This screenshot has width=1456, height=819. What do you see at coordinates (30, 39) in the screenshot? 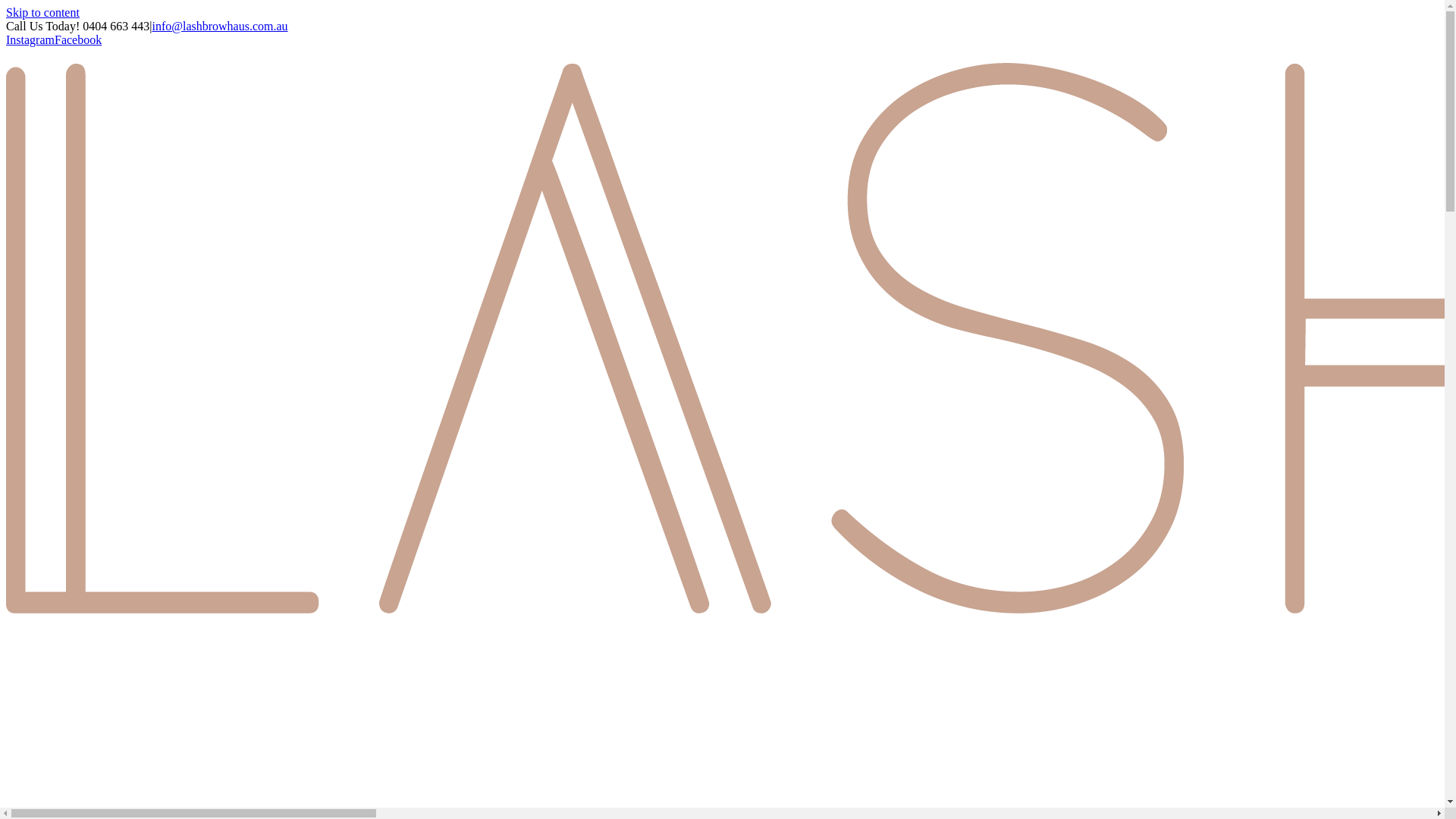
I see `'Instagram'` at bounding box center [30, 39].